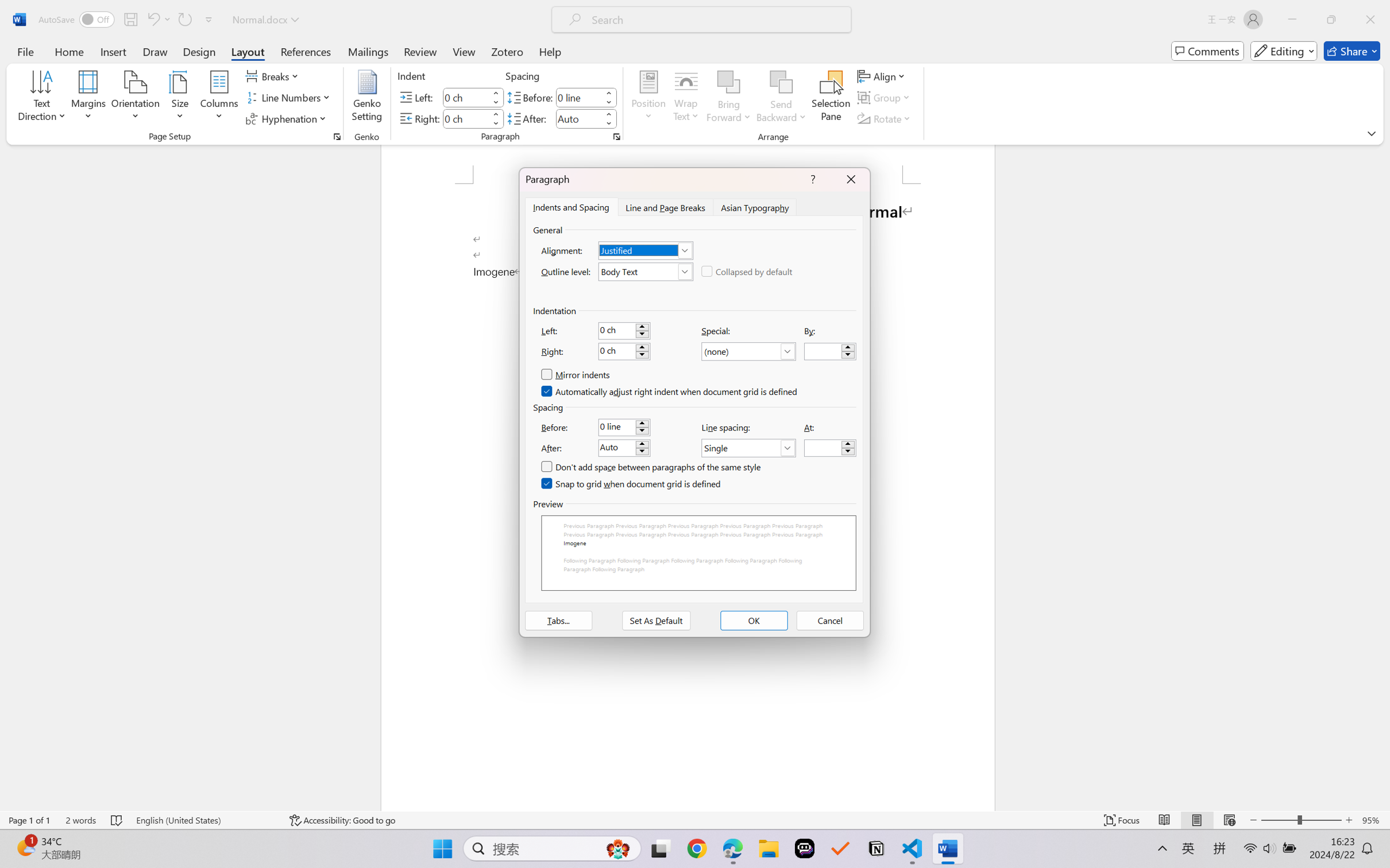  What do you see at coordinates (1383, 477) in the screenshot?
I see `'Class: NetUIScrollBar'` at bounding box center [1383, 477].